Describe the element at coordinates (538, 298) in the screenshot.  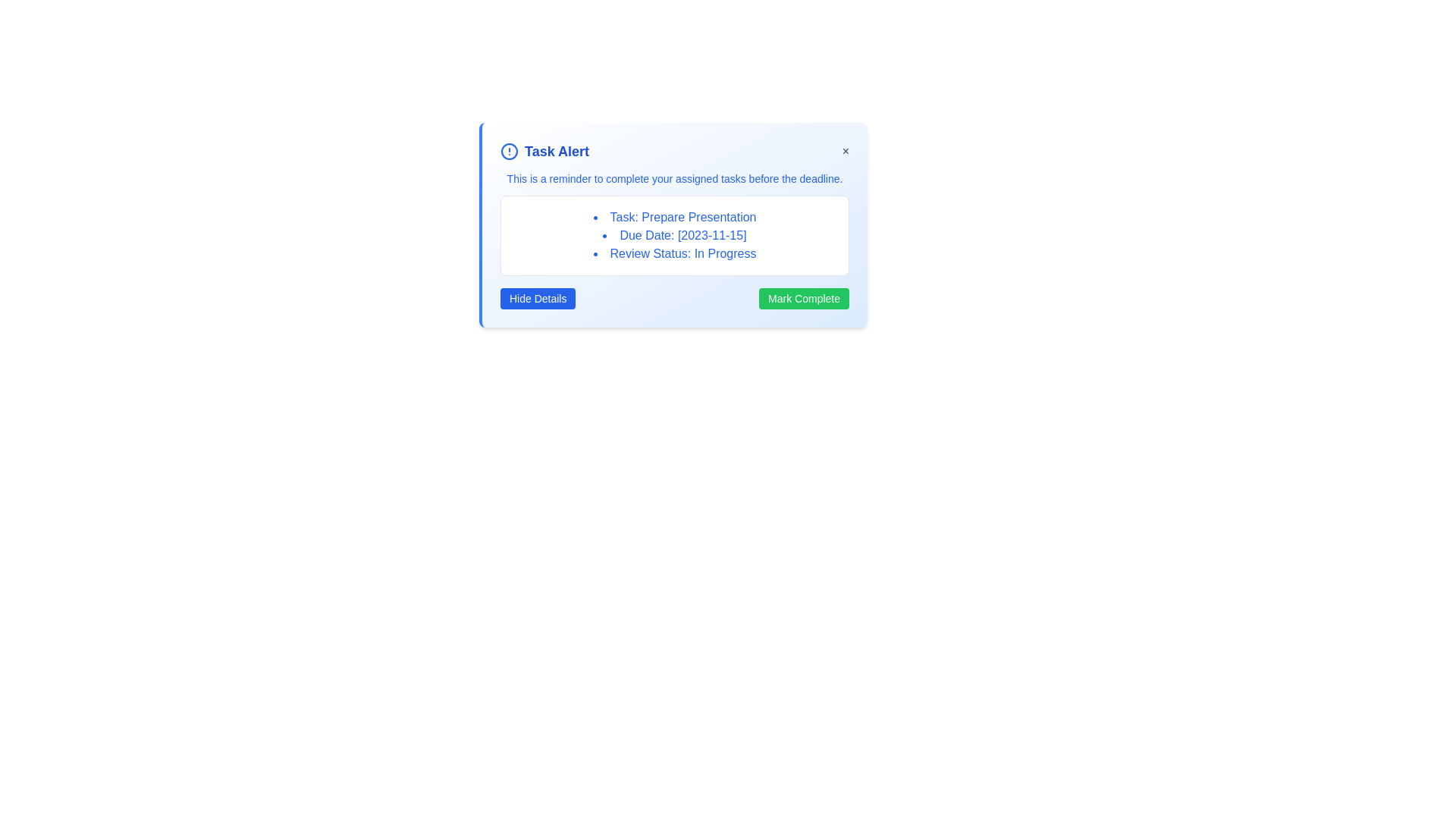
I see `the 'Hide Details' button to toggle the visibility of the task details` at that location.